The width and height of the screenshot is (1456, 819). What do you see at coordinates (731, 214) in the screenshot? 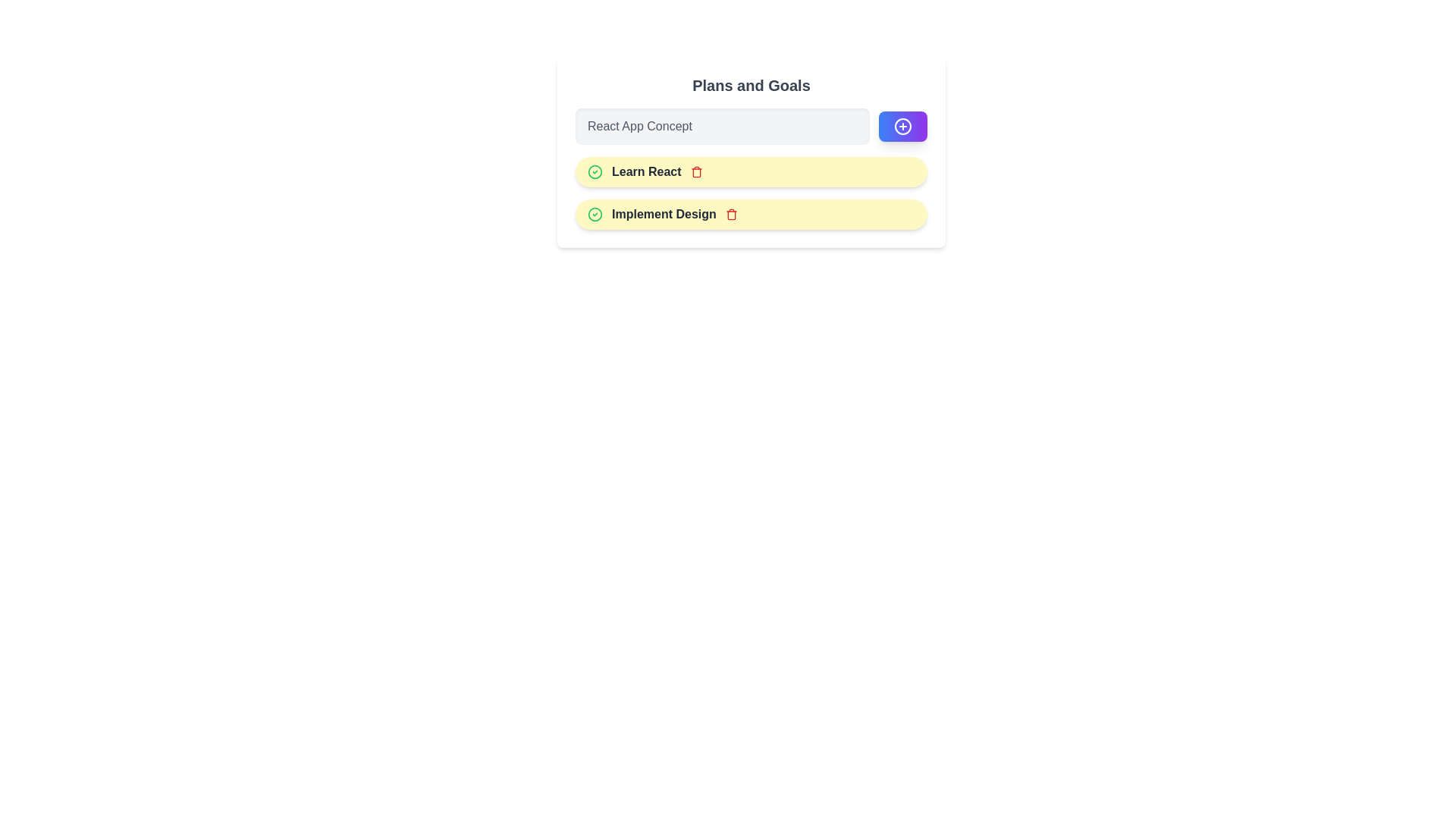
I see `the trash icon next to the task Implement Design to remove it from the list` at bounding box center [731, 214].